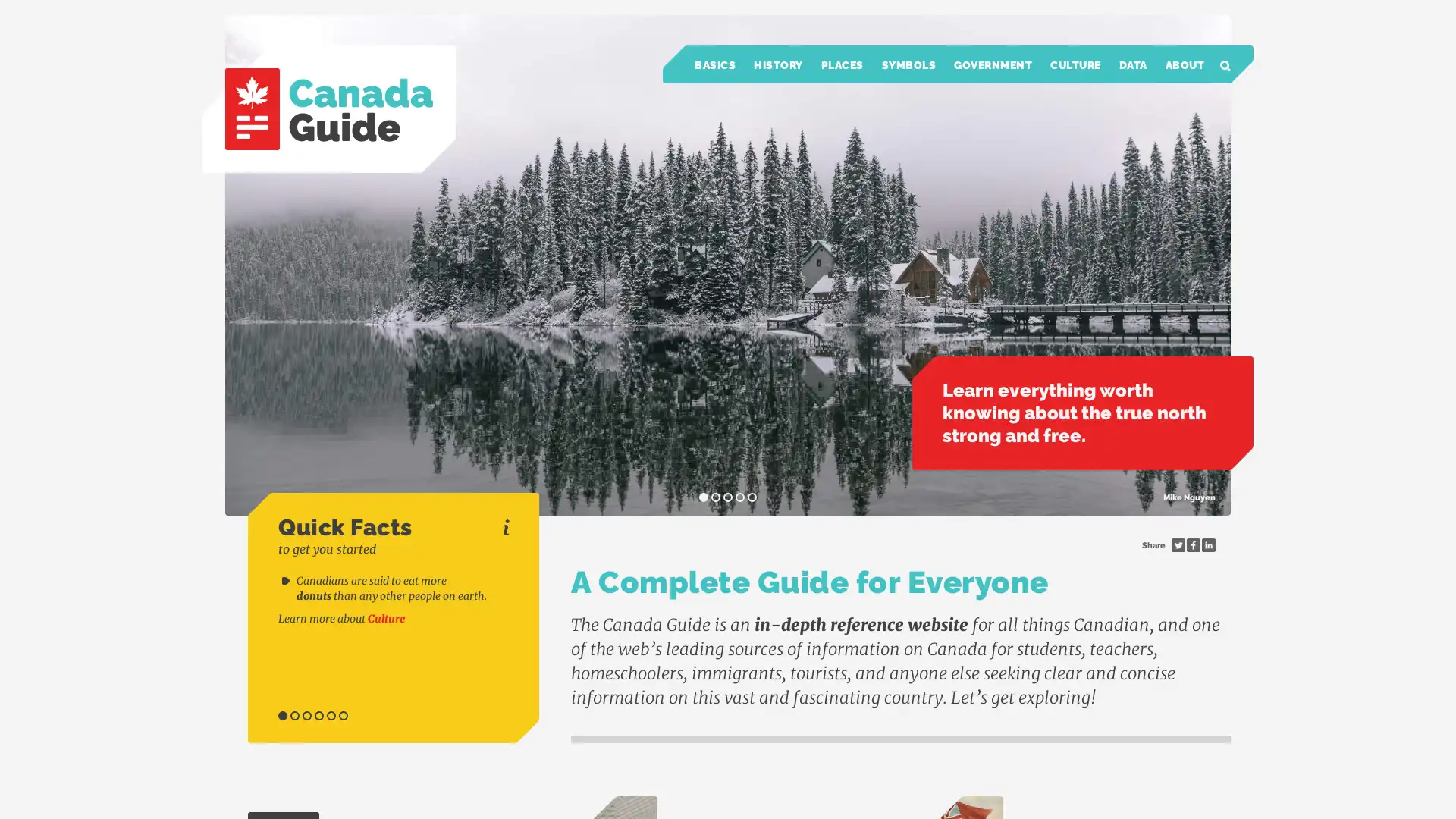 The width and height of the screenshot is (1456, 819). I want to click on Go to slide 3, so click(306, 716).